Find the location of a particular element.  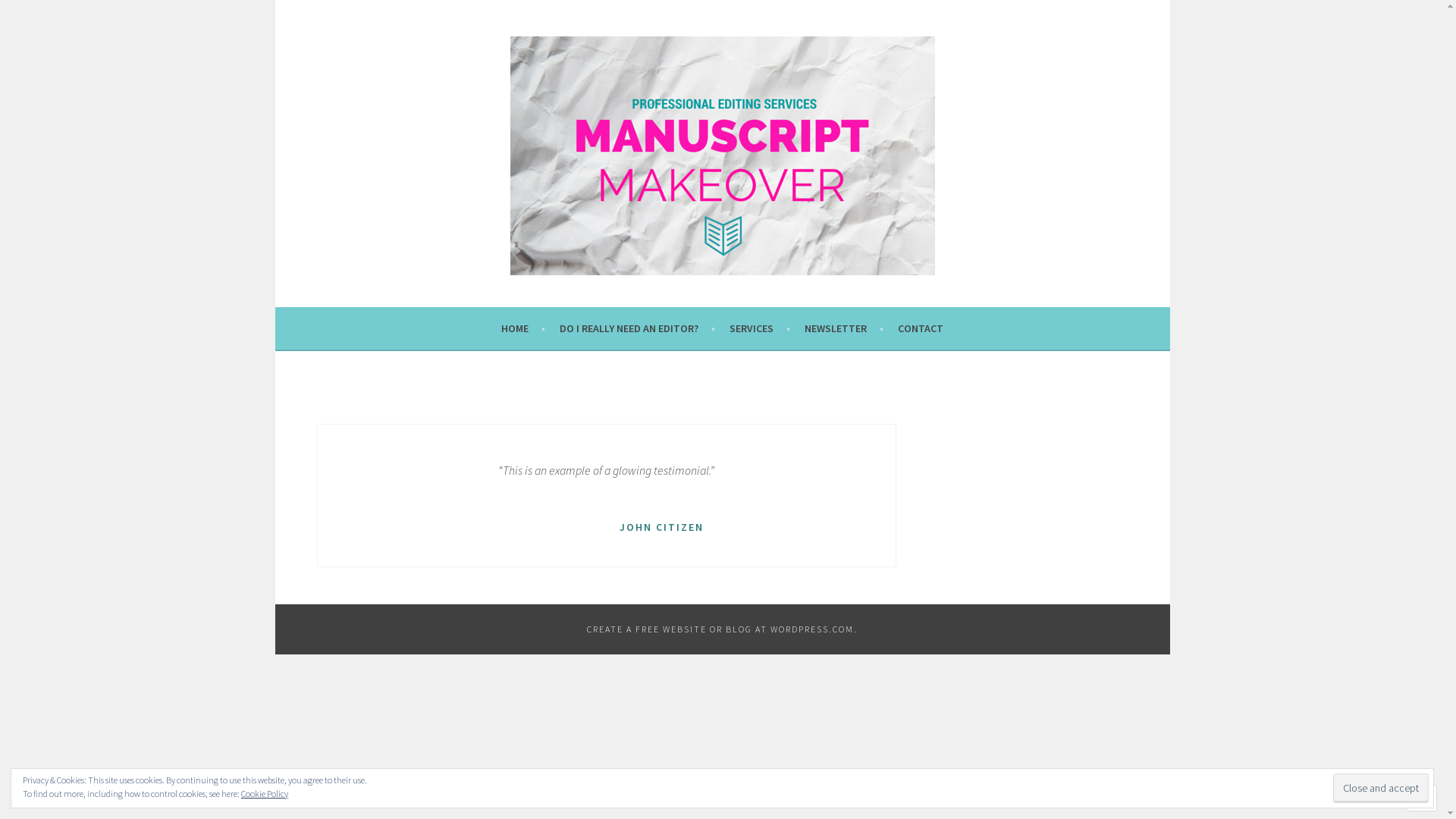

'SERVICES' is located at coordinates (760, 327).